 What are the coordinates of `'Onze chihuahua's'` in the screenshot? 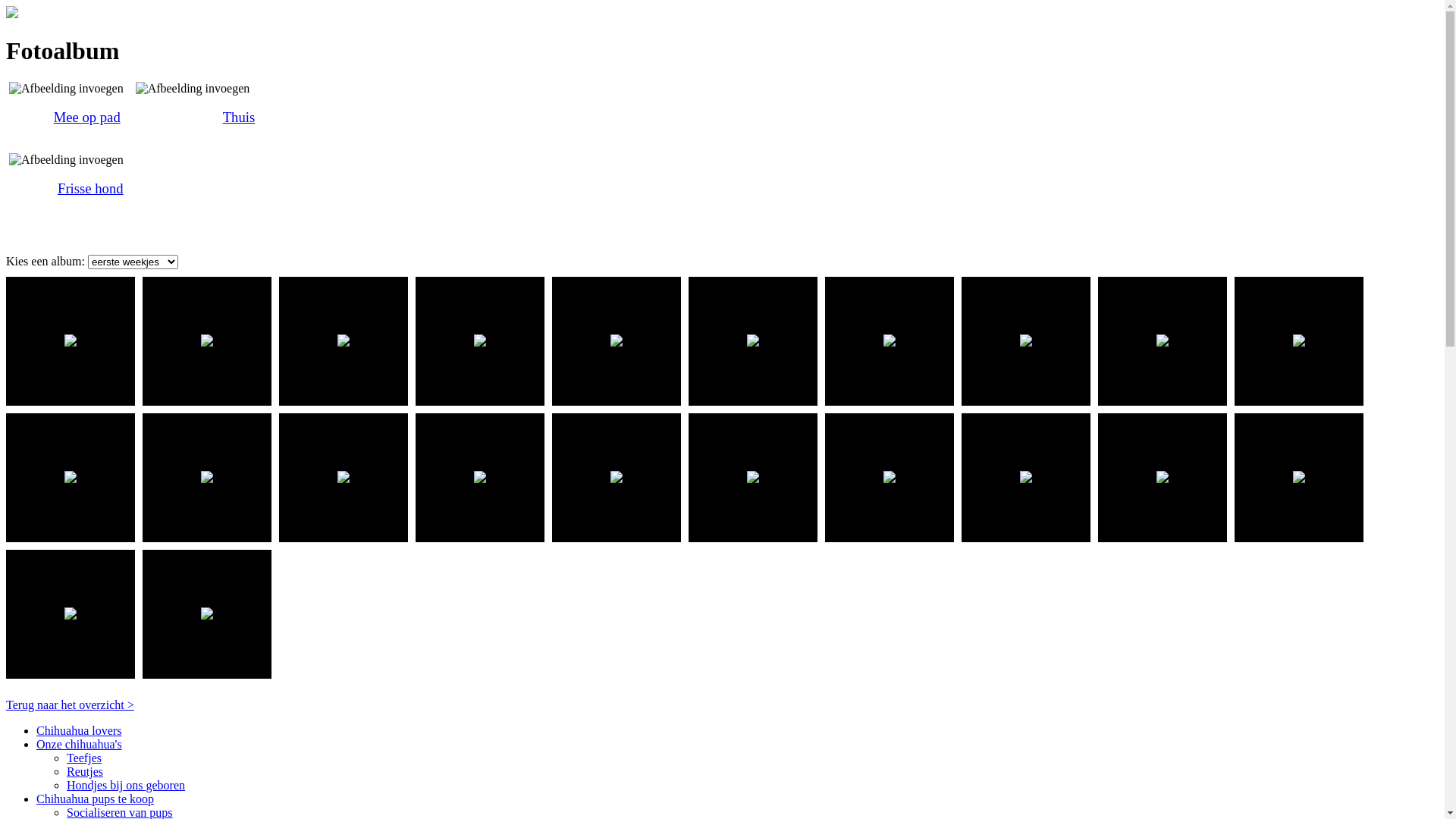 It's located at (78, 743).